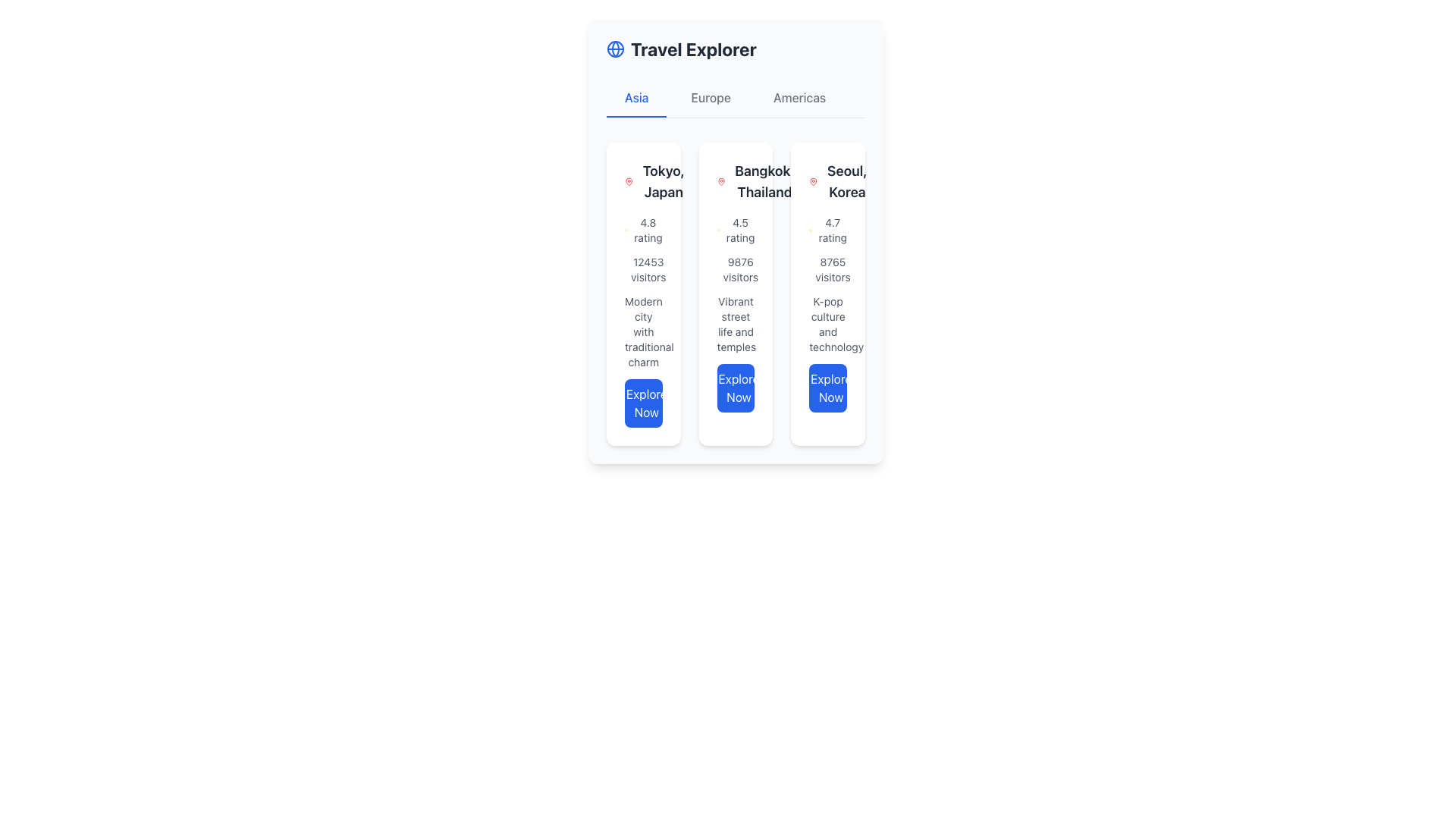 Image resolution: width=1456 pixels, height=819 pixels. What do you see at coordinates (636, 99) in the screenshot?
I see `the 'Asia' tab, which is the first button in the horizontal selector bar of the 'Travel Explorer' panel` at bounding box center [636, 99].